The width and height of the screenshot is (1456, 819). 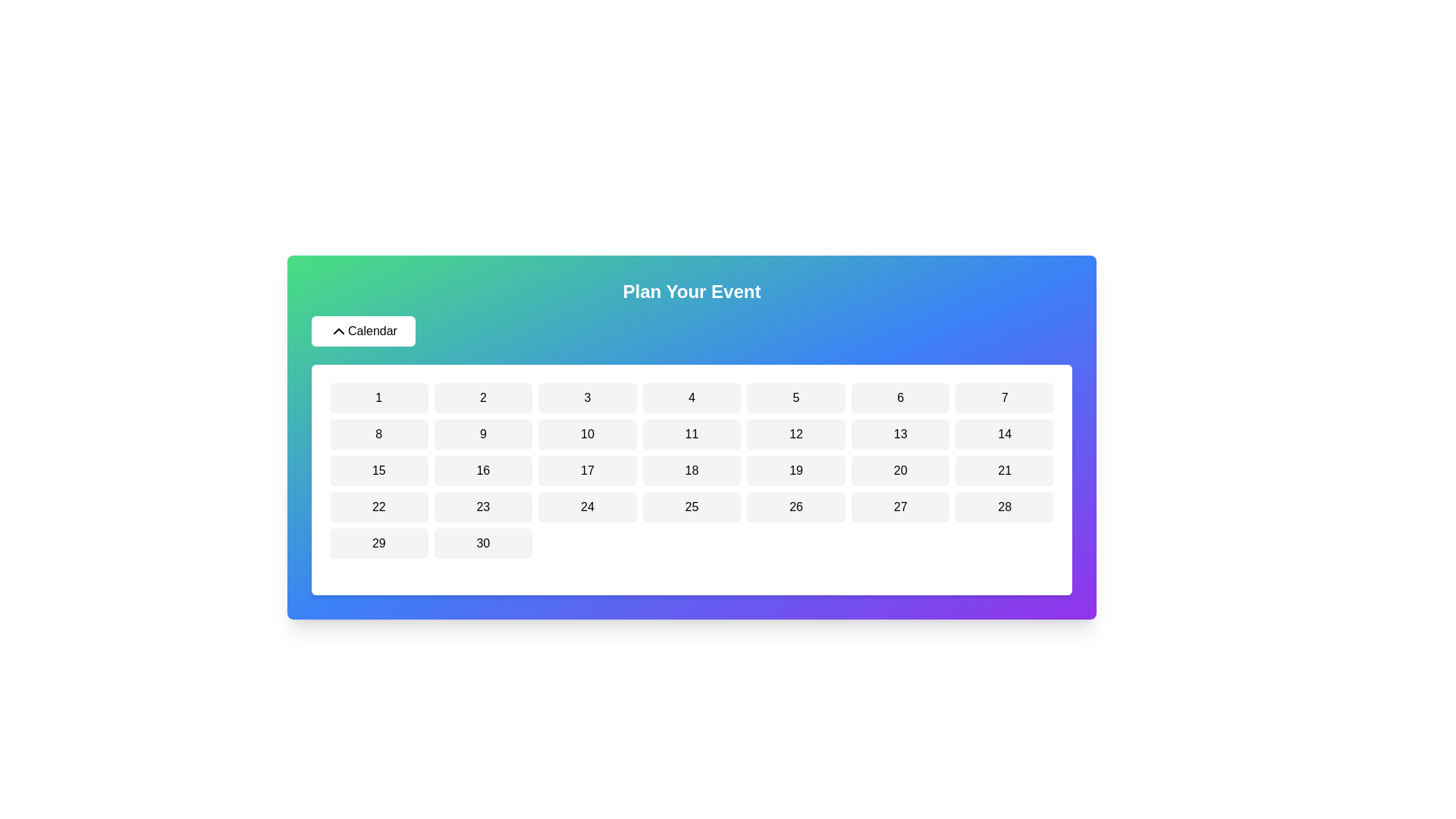 What do you see at coordinates (900, 507) in the screenshot?
I see `the rectangular button labeled '27' in the bottom row of the grid layout` at bounding box center [900, 507].